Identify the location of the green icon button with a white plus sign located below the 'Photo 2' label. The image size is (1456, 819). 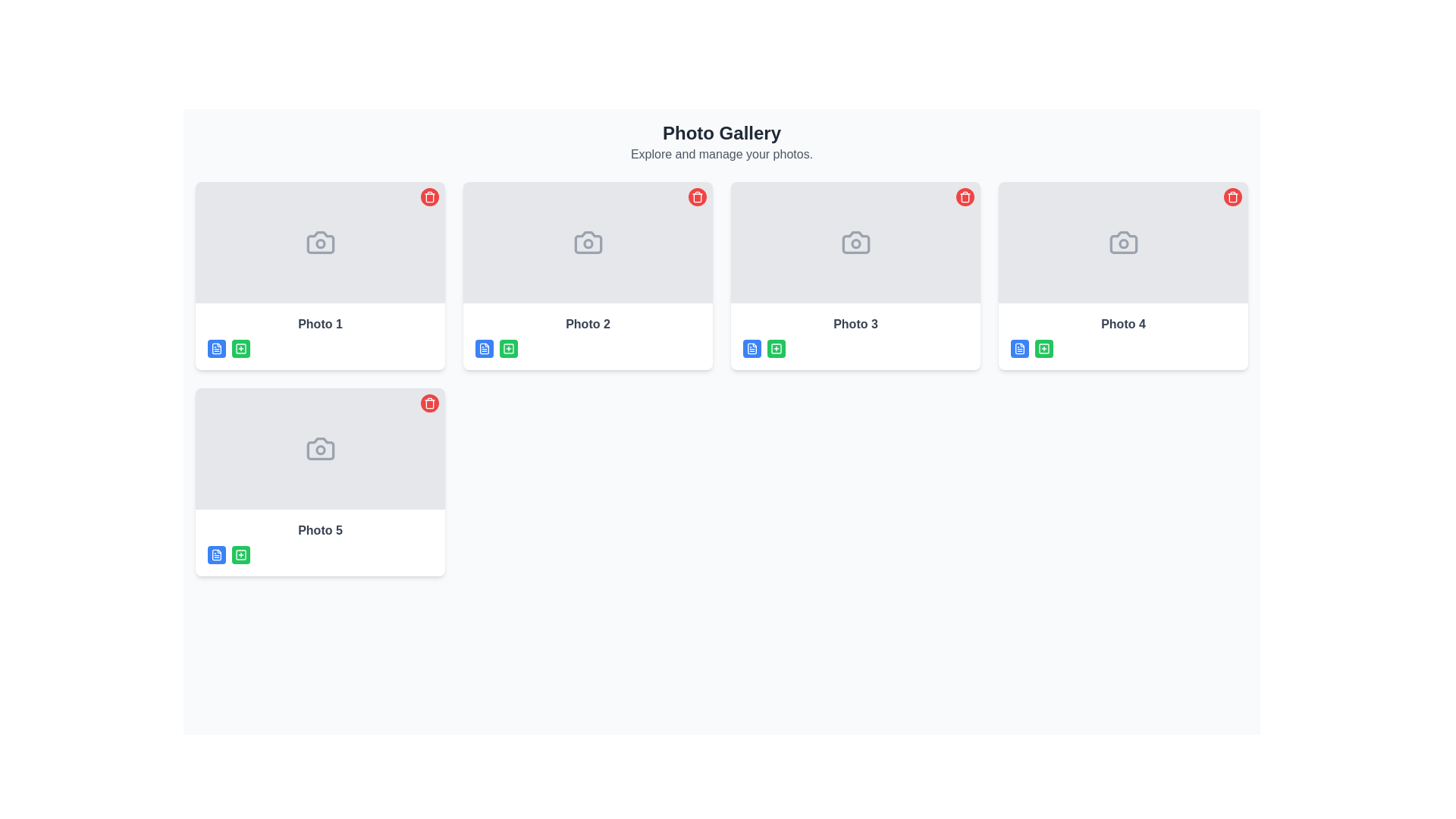
(509, 348).